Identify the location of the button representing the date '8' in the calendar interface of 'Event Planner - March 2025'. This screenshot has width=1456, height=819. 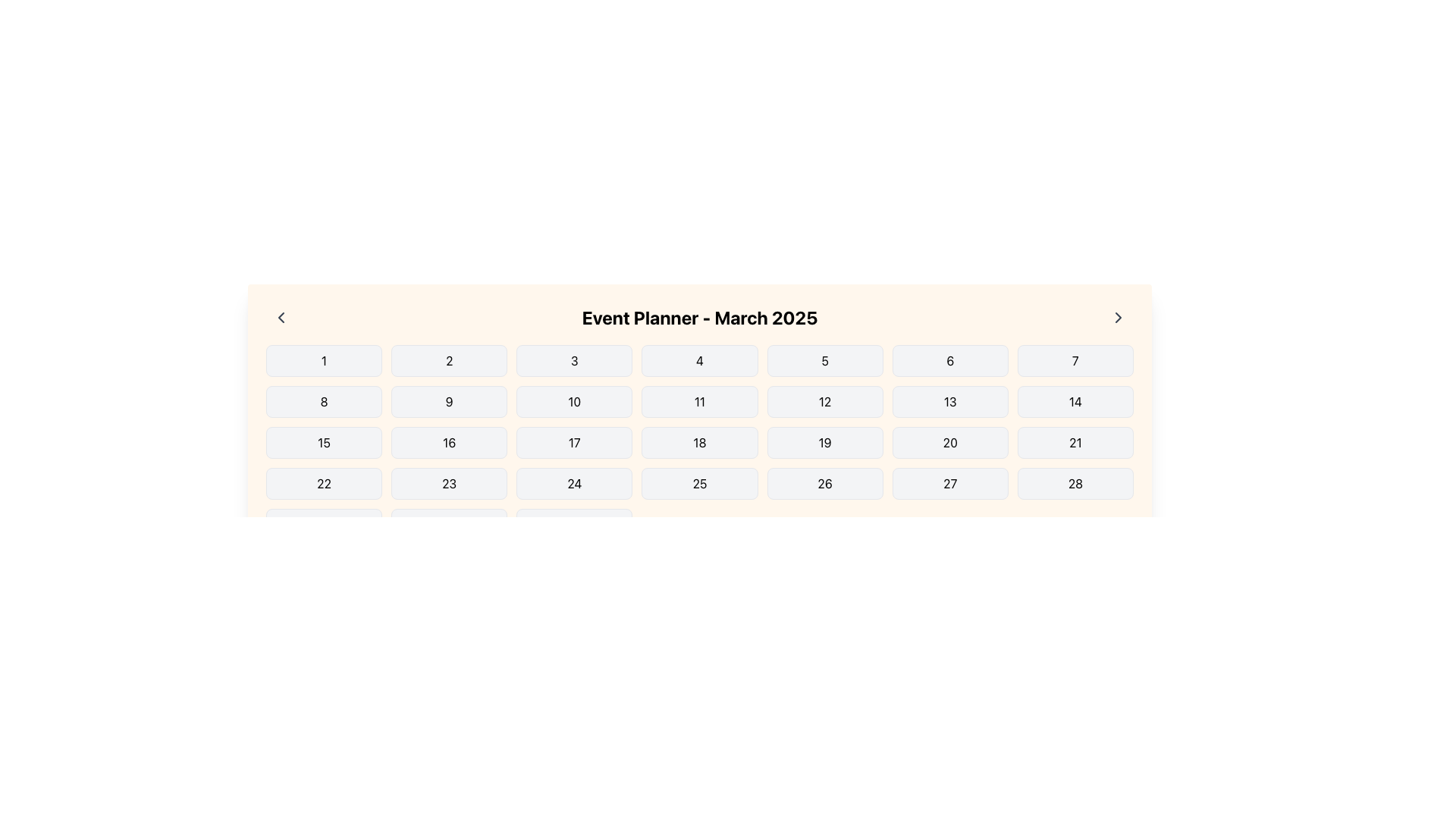
(323, 400).